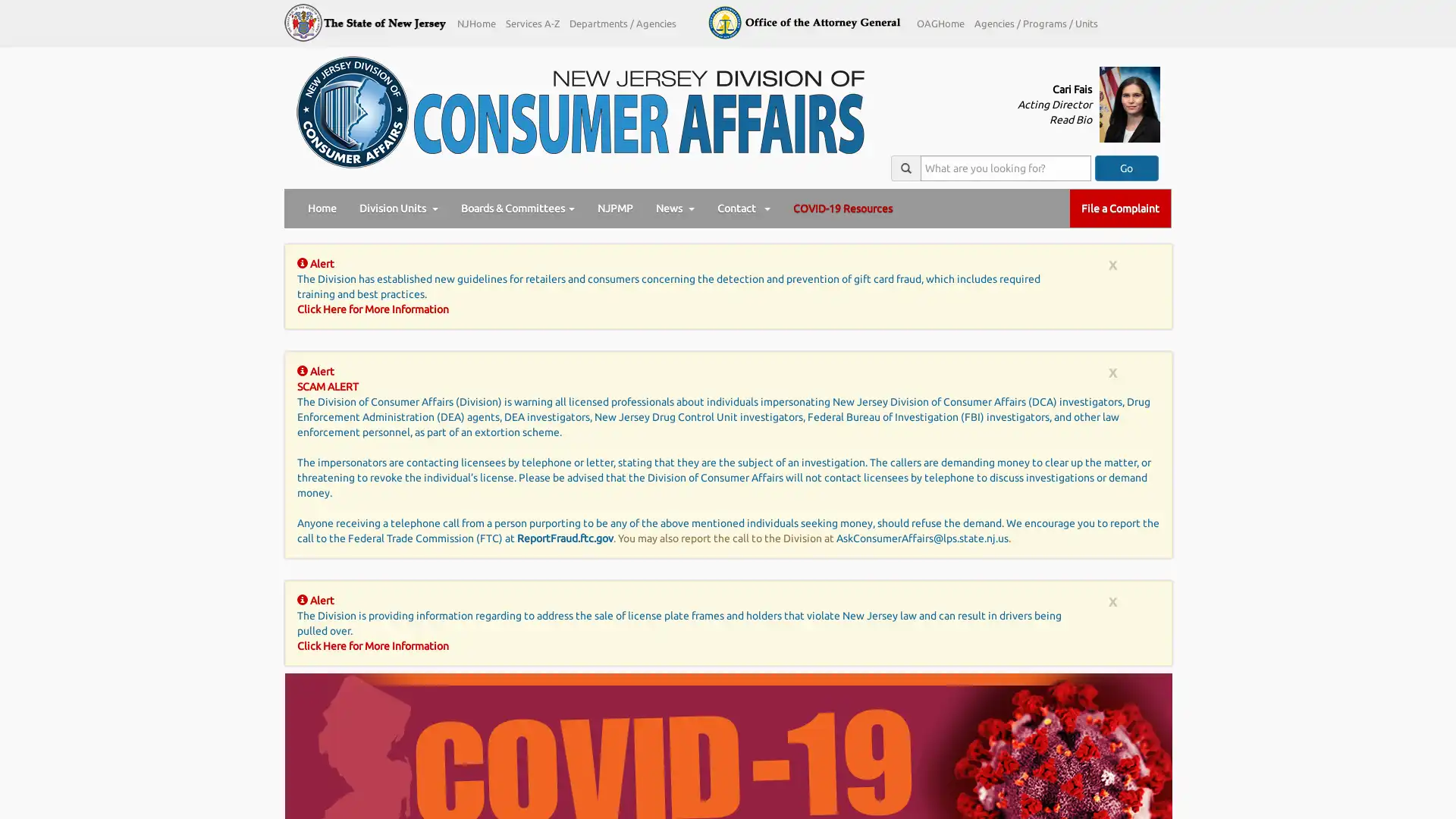 The height and width of the screenshot is (819, 1456). I want to click on x, so click(1112, 372).